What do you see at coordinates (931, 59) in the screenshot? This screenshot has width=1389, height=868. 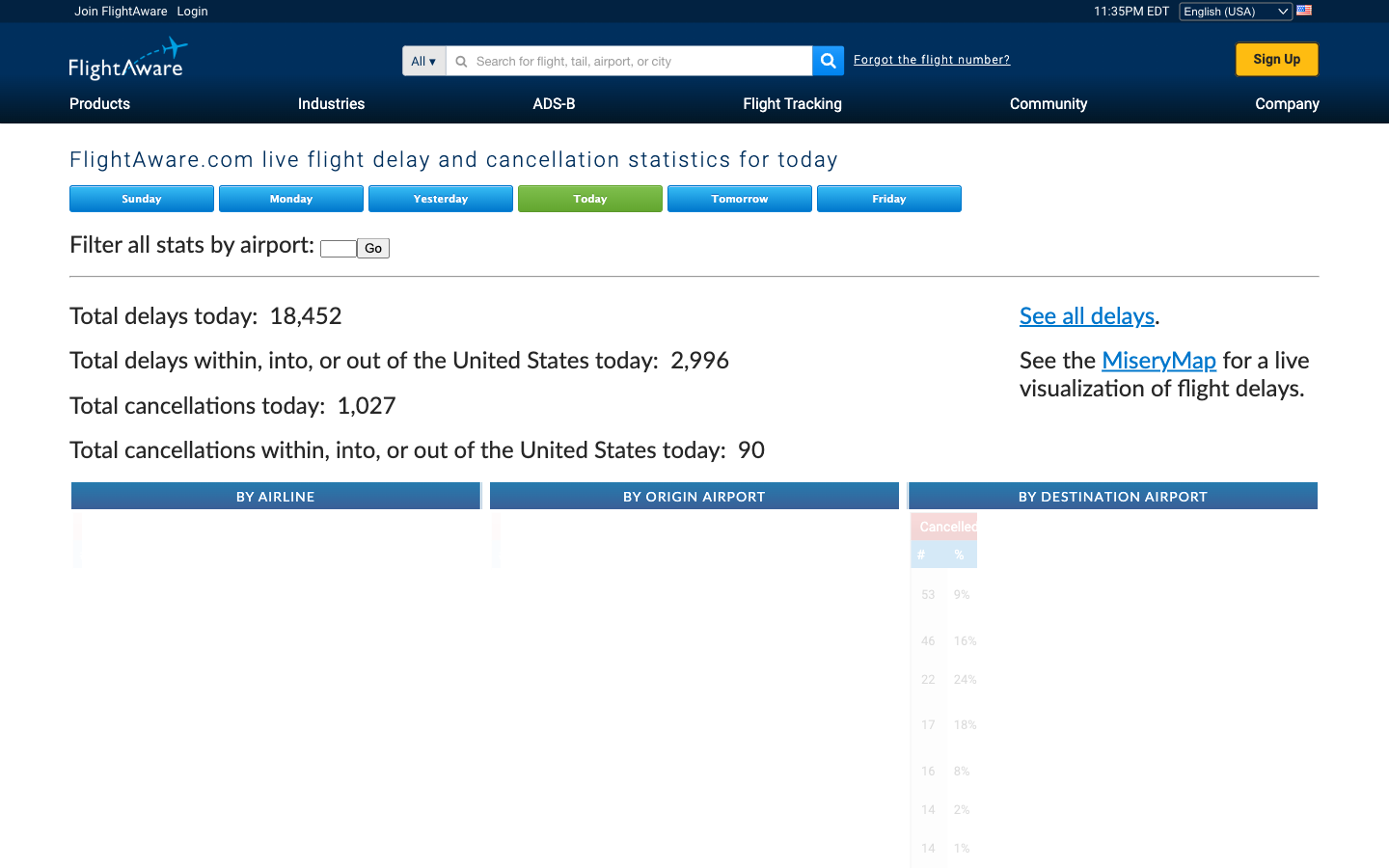 I see `the "forgot flight number" help section` at bounding box center [931, 59].